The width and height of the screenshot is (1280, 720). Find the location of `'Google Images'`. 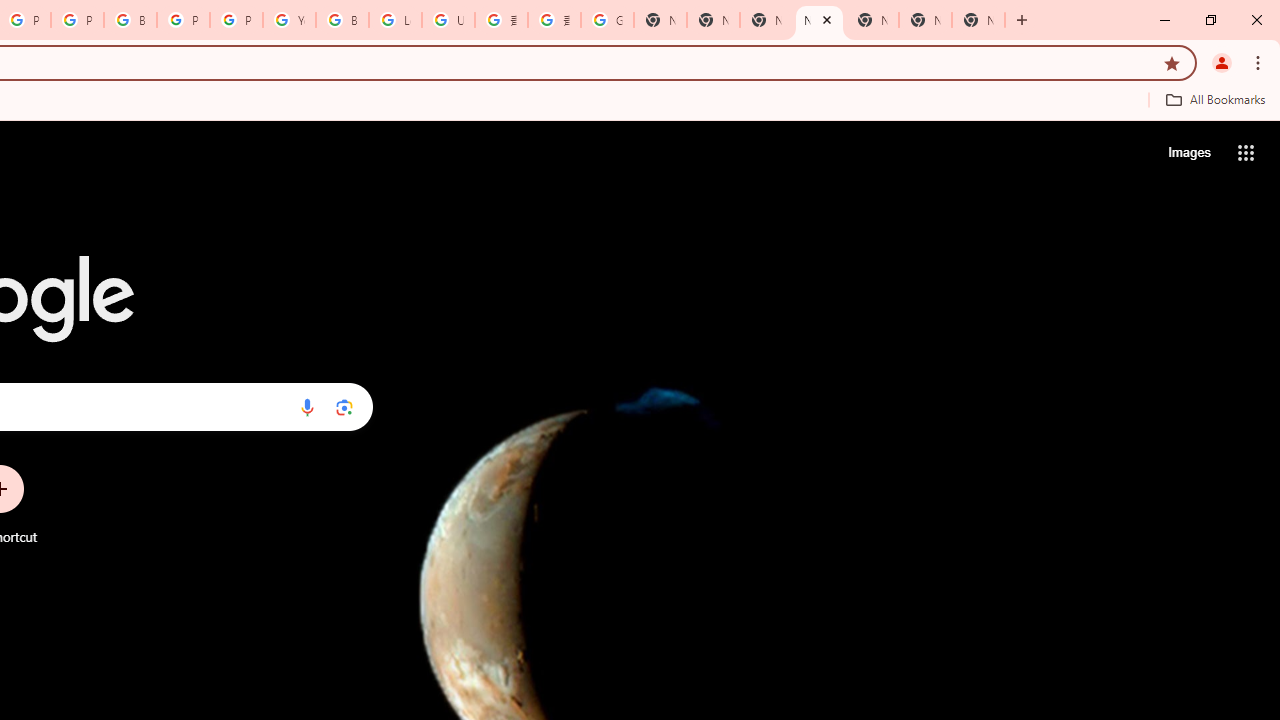

'Google Images' is located at coordinates (606, 20).